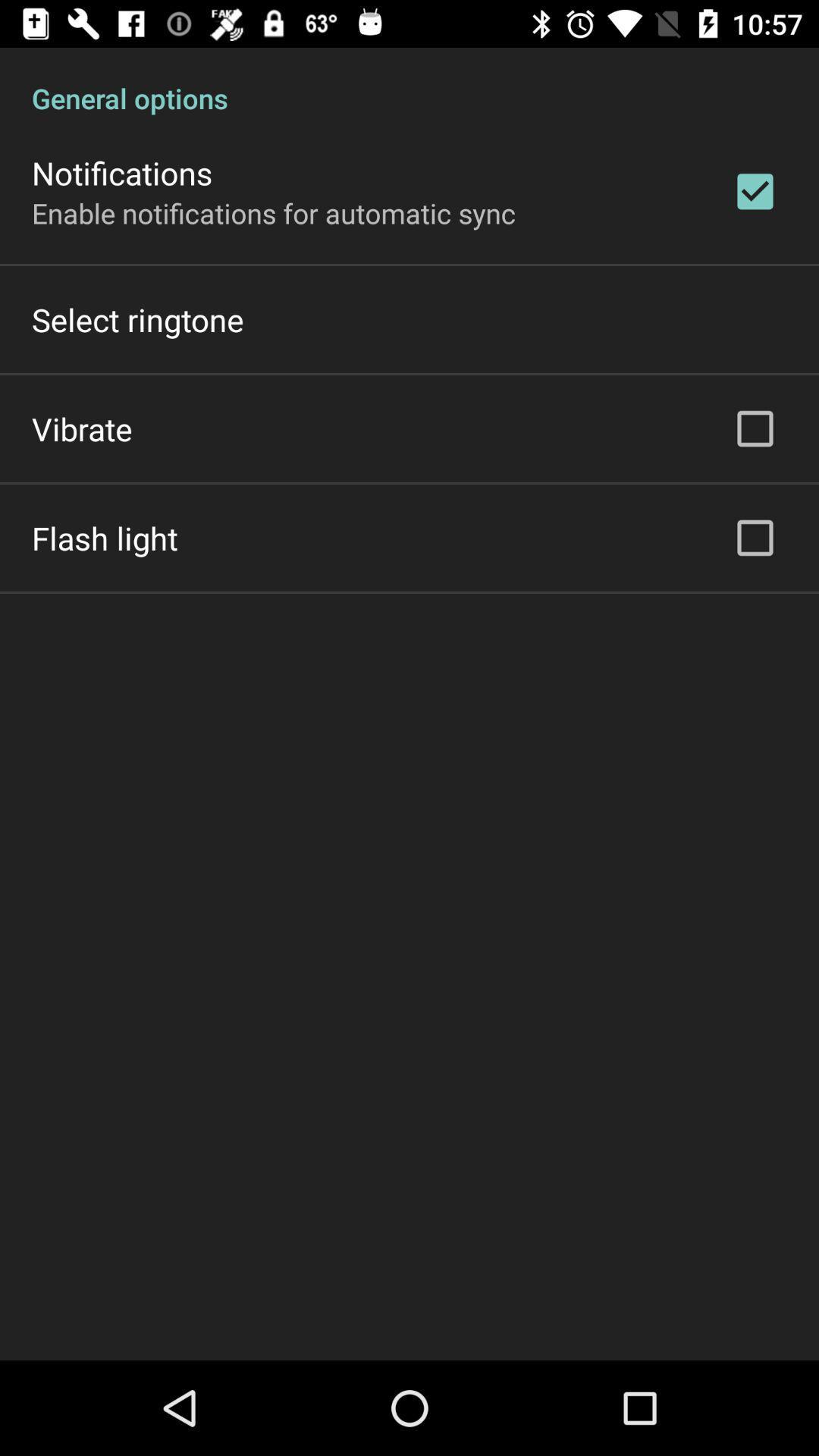 This screenshot has height=1456, width=819. What do you see at coordinates (104, 538) in the screenshot?
I see `the icon below vibrate icon` at bounding box center [104, 538].